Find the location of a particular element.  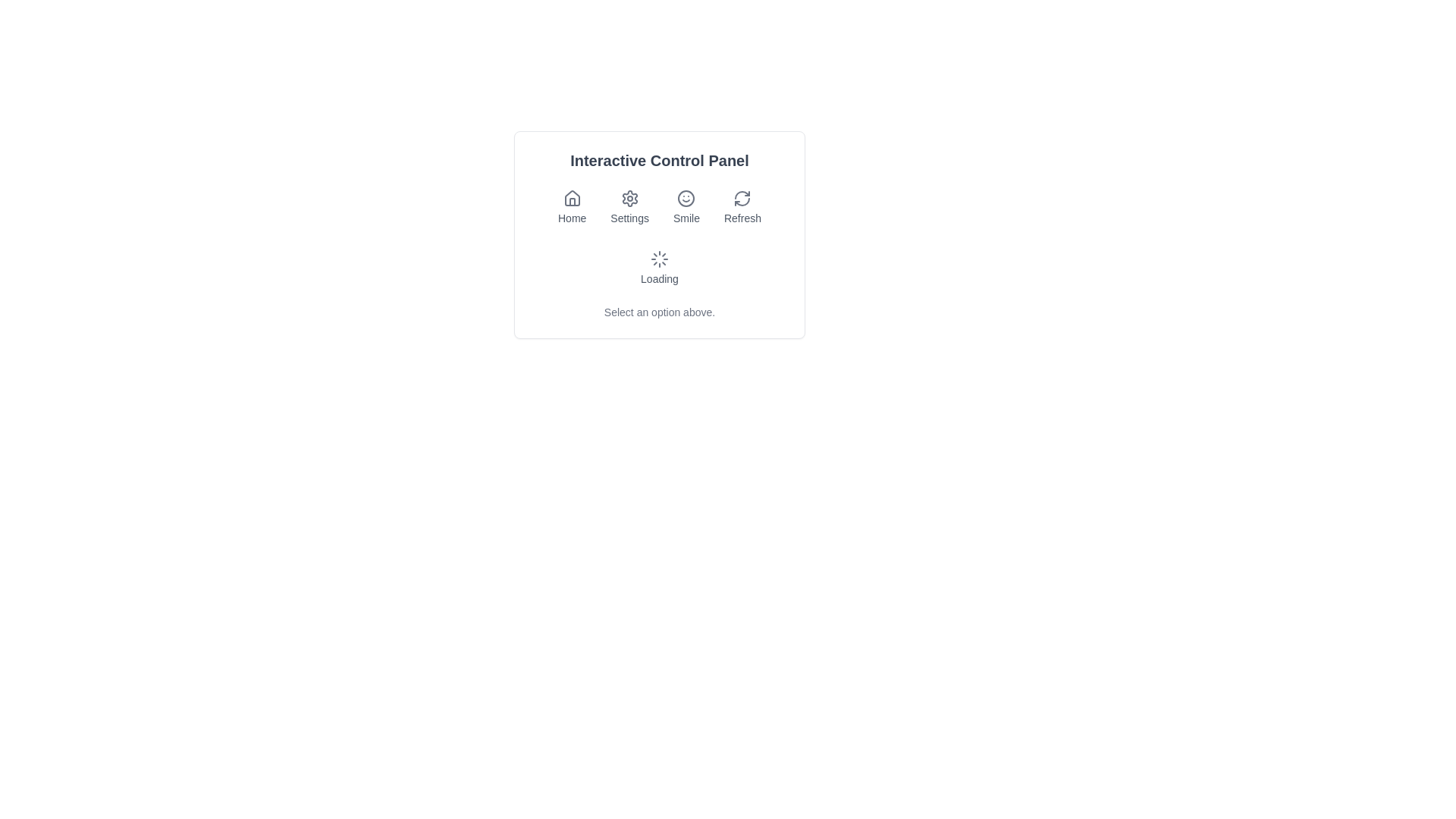

the 'Home' navigation button located under the 'Interactive Control Panel' title is located at coordinates (571, 207).